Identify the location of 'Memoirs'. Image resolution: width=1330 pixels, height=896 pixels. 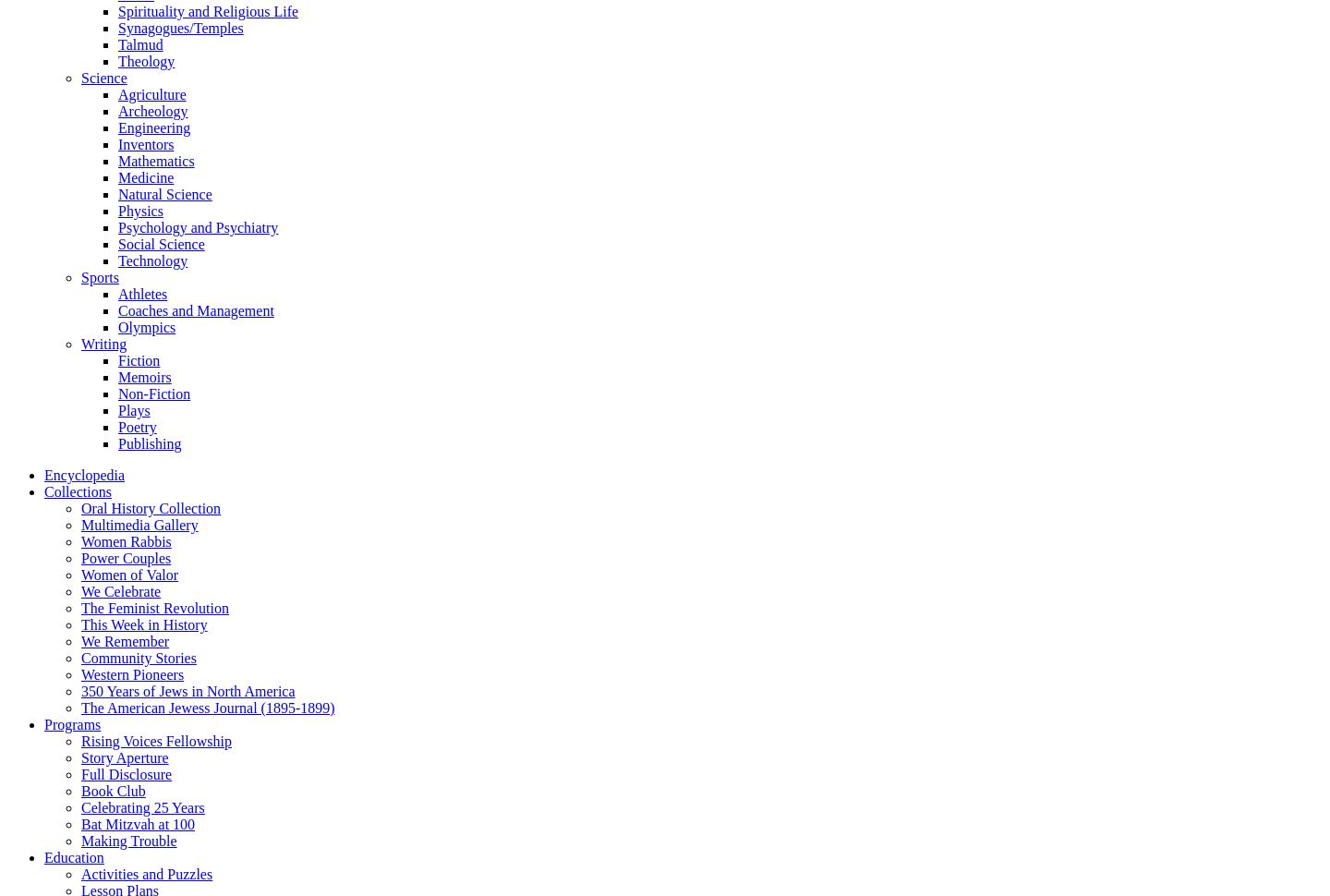
(143, 376).